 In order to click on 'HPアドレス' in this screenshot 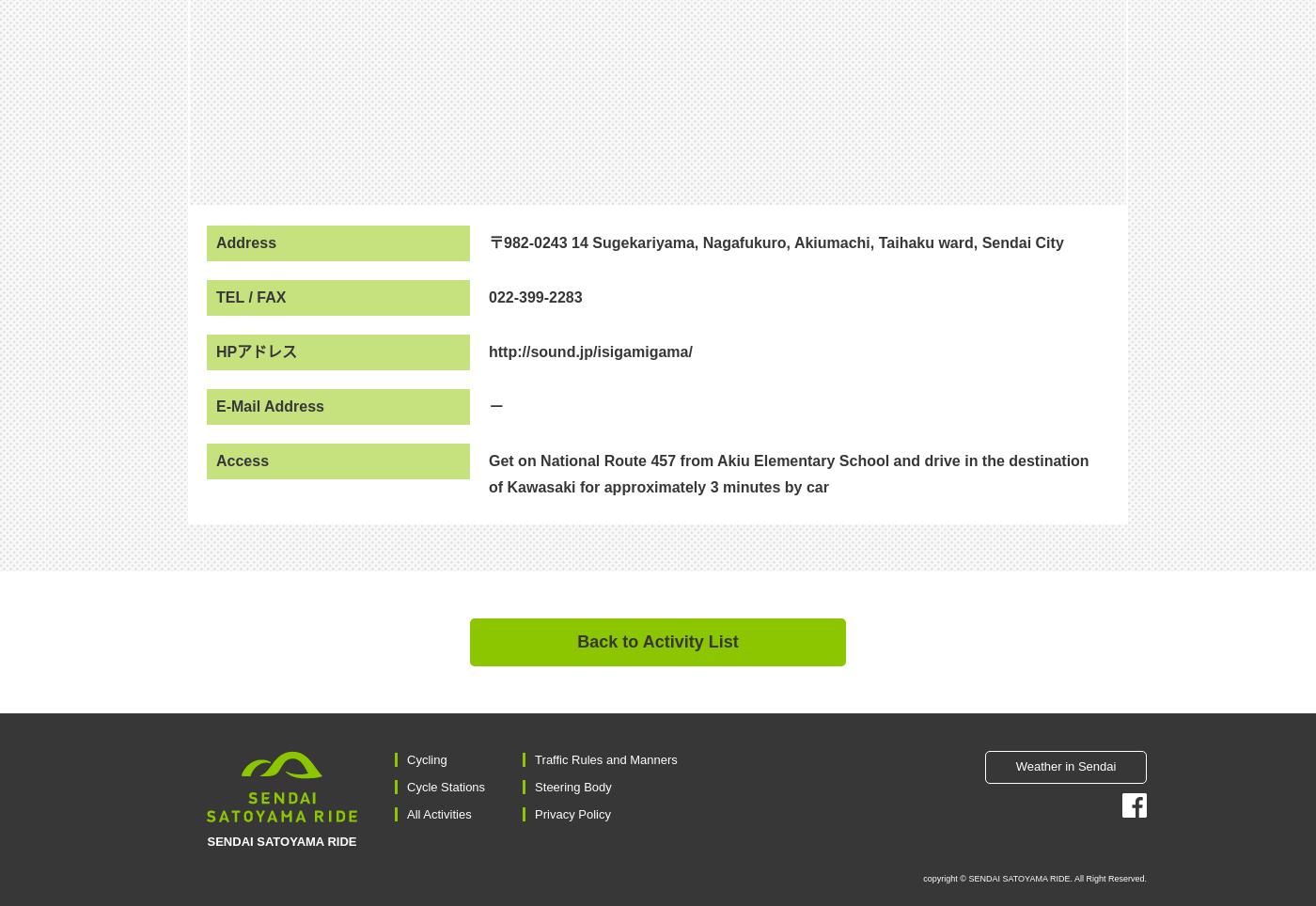, I will do `click(257, 351)`.